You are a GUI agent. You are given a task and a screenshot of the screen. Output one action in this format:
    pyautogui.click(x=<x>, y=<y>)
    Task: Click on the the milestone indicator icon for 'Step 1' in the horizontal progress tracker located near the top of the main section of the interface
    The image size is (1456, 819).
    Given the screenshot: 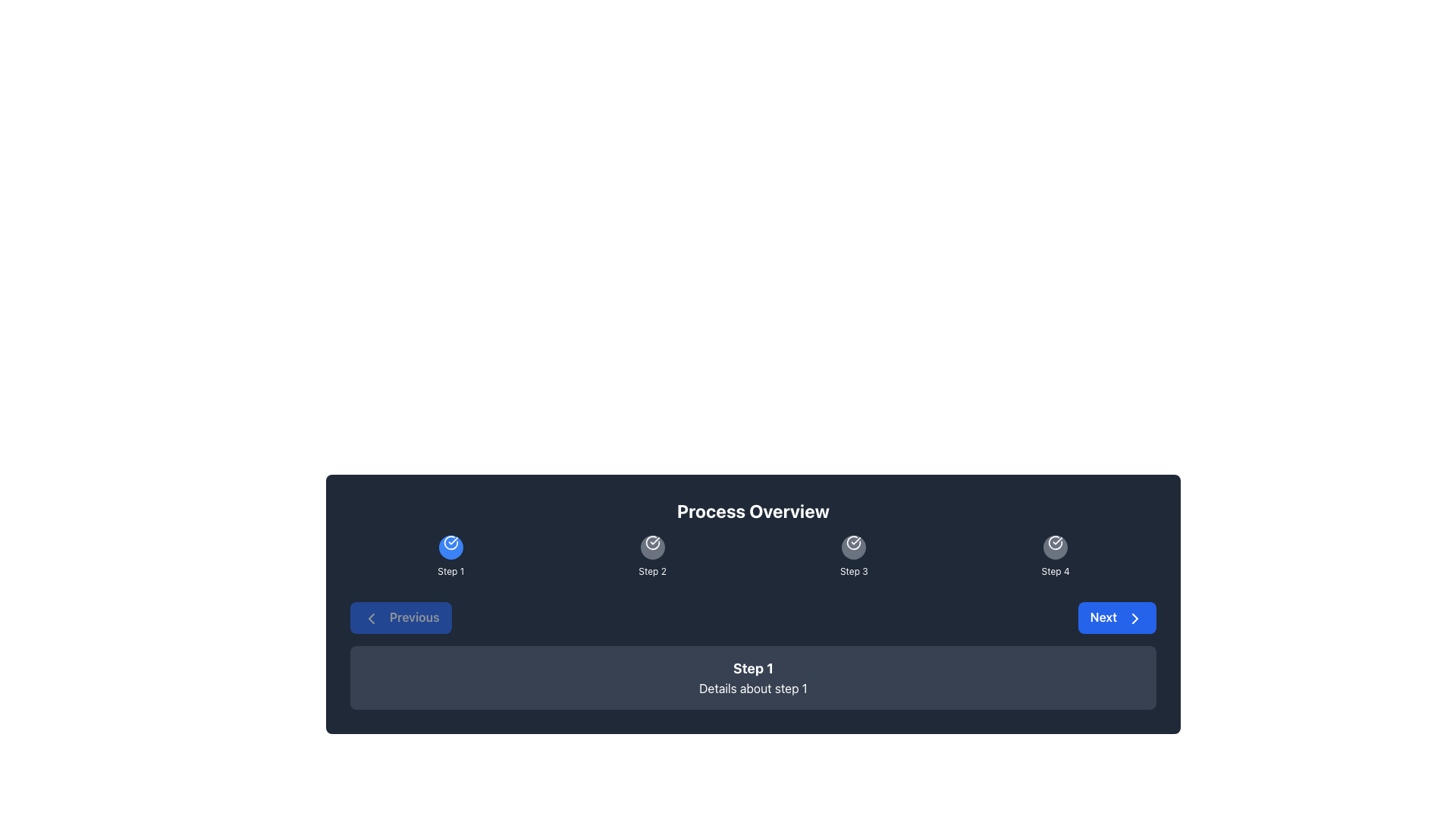 What is the action you would take?
    pyautogui.click(x=450, y=547)
    